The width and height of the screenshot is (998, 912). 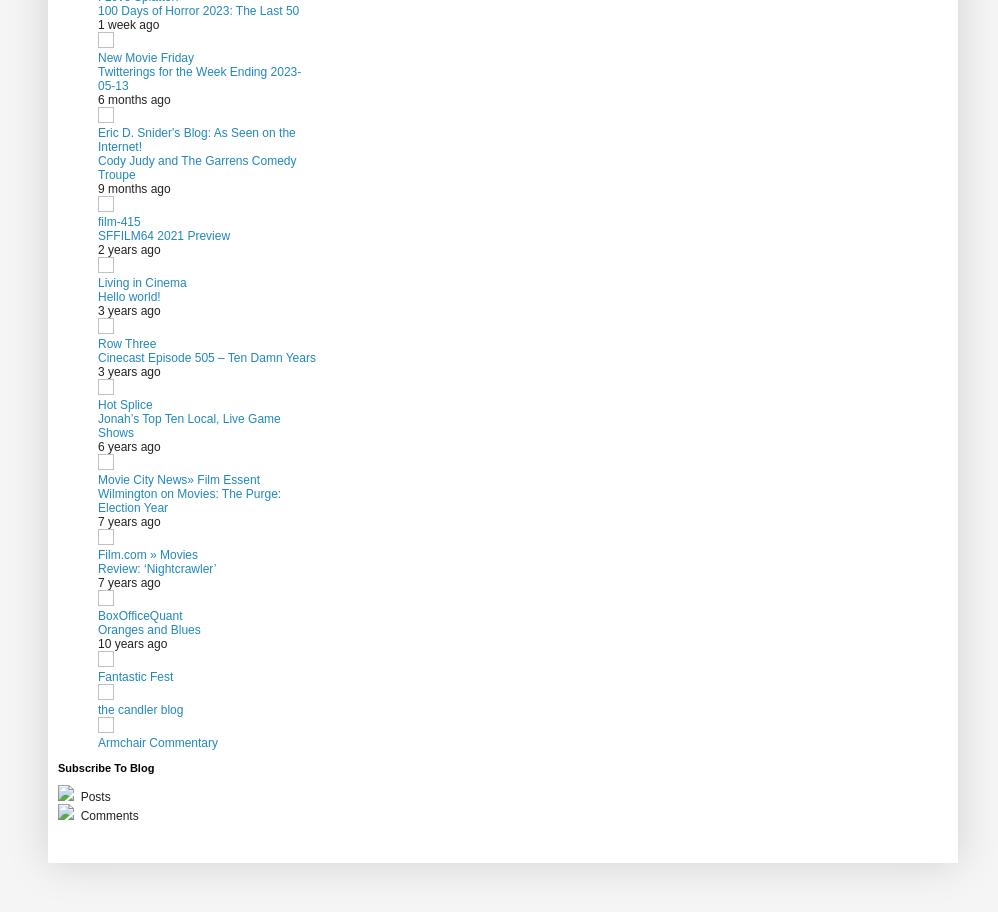 I want to click on 'SFFILM64 2021 Preview', so click(x=162, y=235).